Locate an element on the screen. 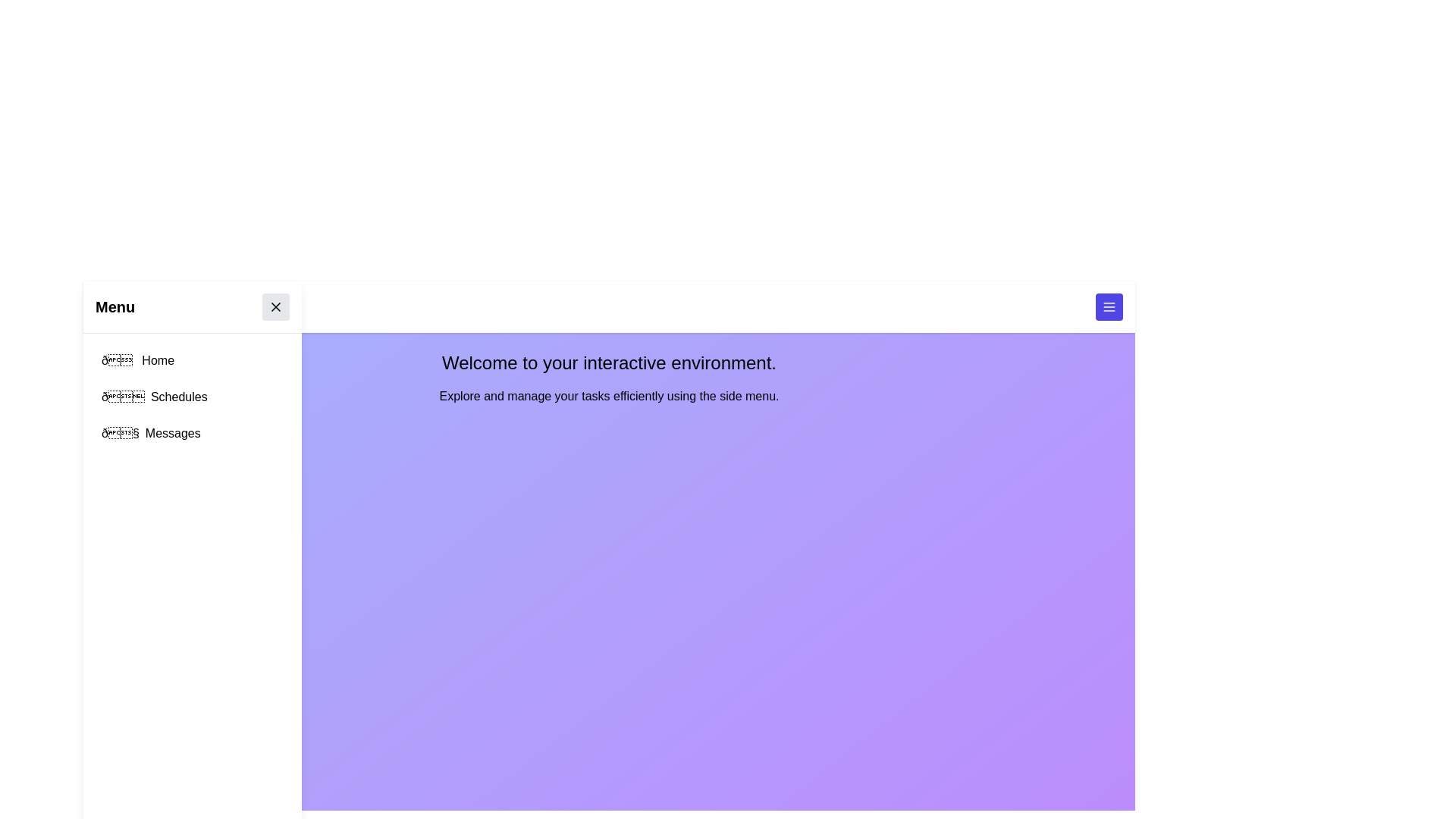 This screenshot has width=1456, height=819. the menu toggle button located at the top-right corner of the interface, beside the 'Dashboard' text is located at coordinates (1109, 307).